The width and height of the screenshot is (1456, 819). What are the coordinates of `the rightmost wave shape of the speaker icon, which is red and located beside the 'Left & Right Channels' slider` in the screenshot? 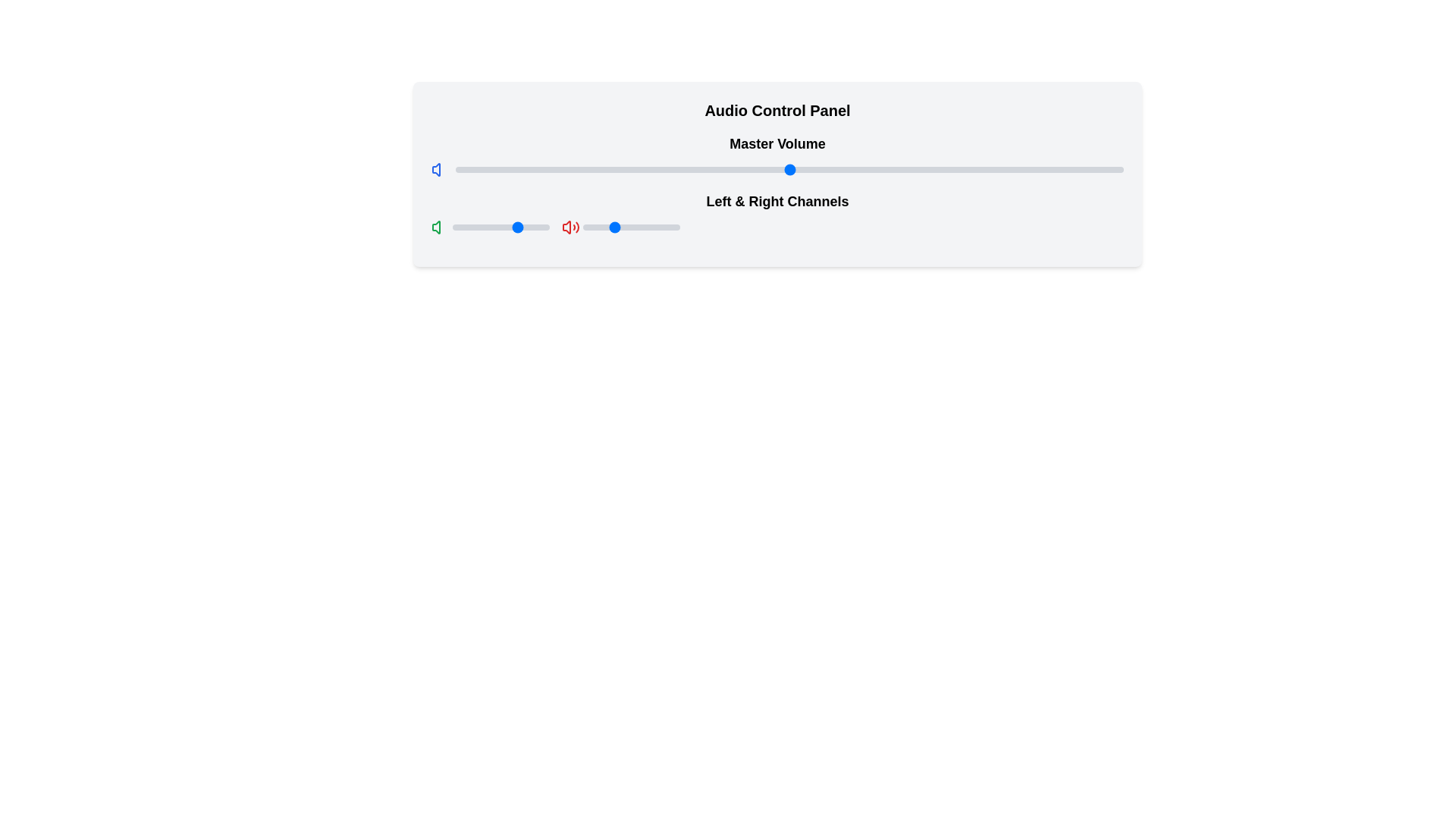 It's located at (576, 227).